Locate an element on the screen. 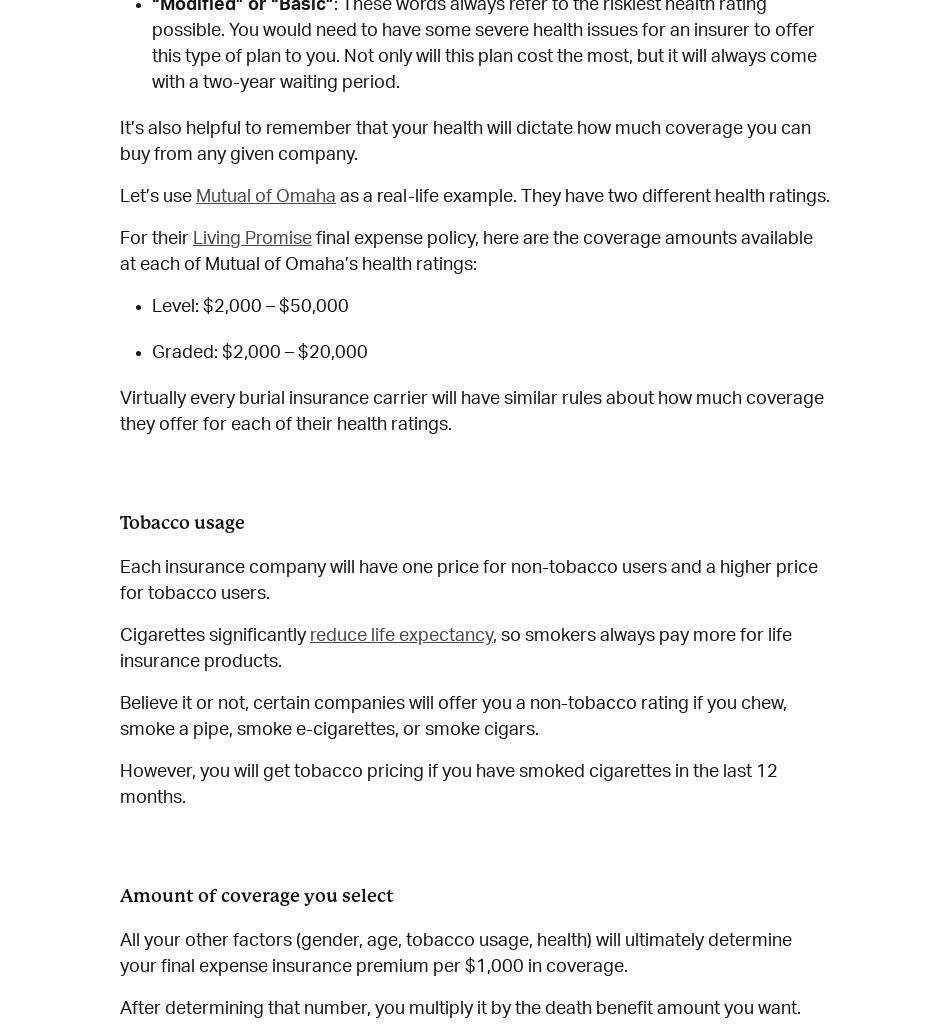 Image resolution: width=950 pixels, height=1034 pixels. 'Each insurance company will have one price for non-tobacco users and a higher price for tobacco users.' is located at coordinates (468, 581).